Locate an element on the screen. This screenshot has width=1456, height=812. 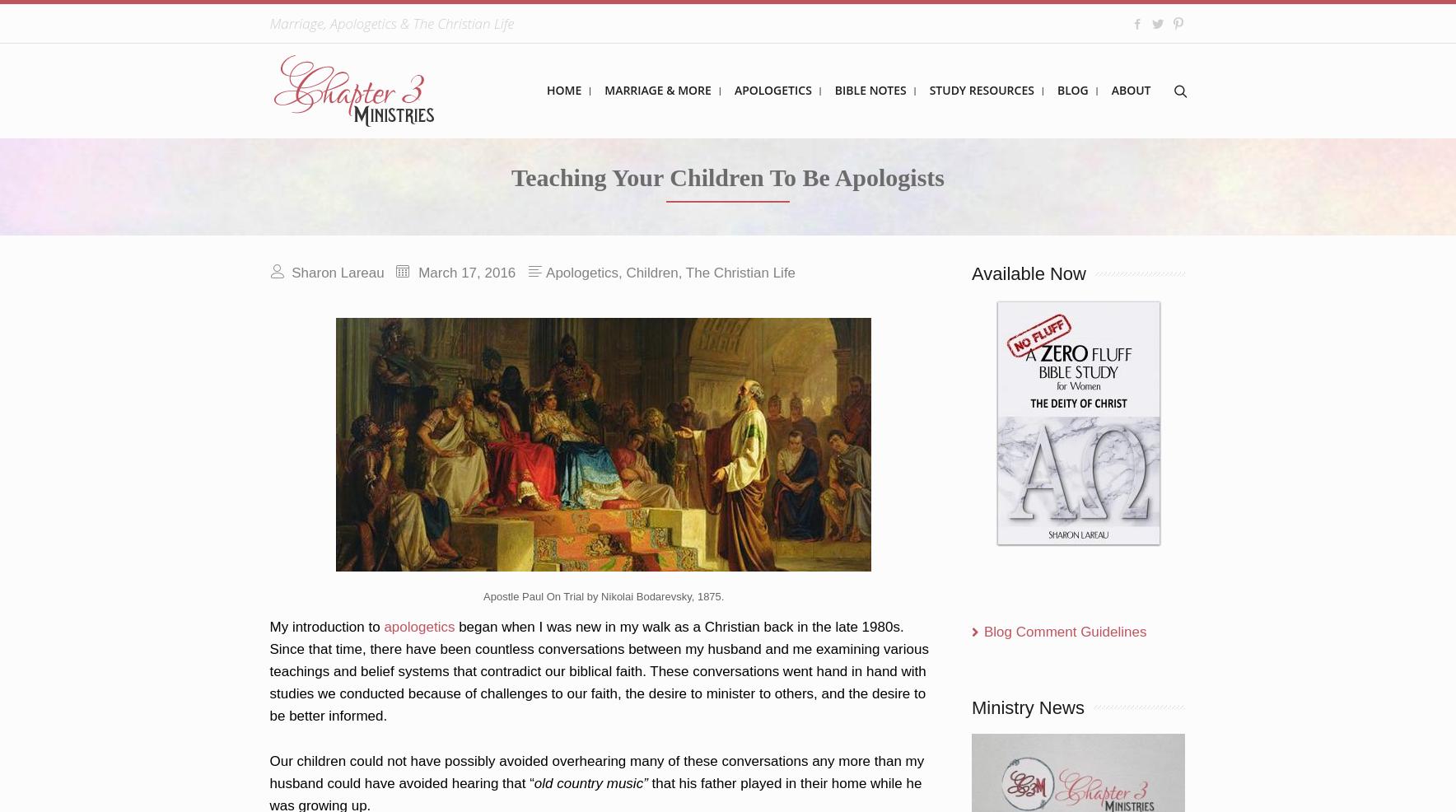
'Marriage, Apologetics & the Christian Life' is located at coordinates (390, 22).